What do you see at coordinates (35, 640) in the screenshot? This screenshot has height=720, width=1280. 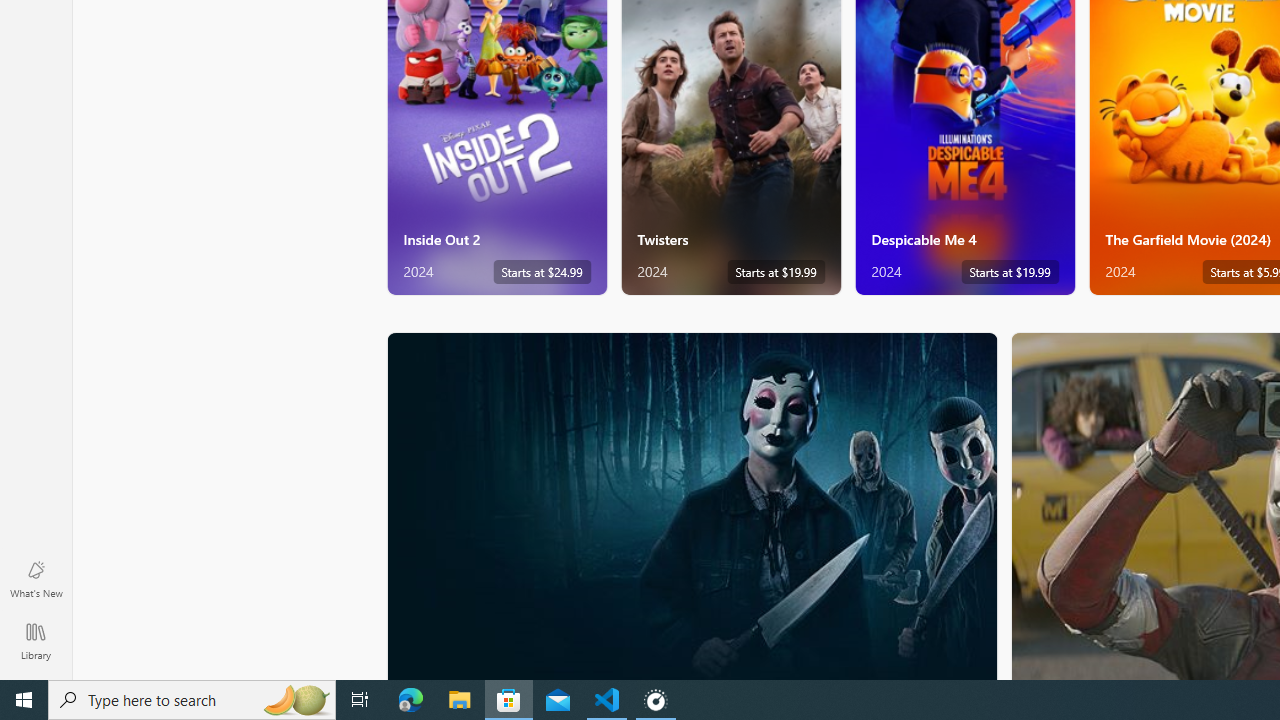 I see `'Library'` at bounding box center [35, 640].